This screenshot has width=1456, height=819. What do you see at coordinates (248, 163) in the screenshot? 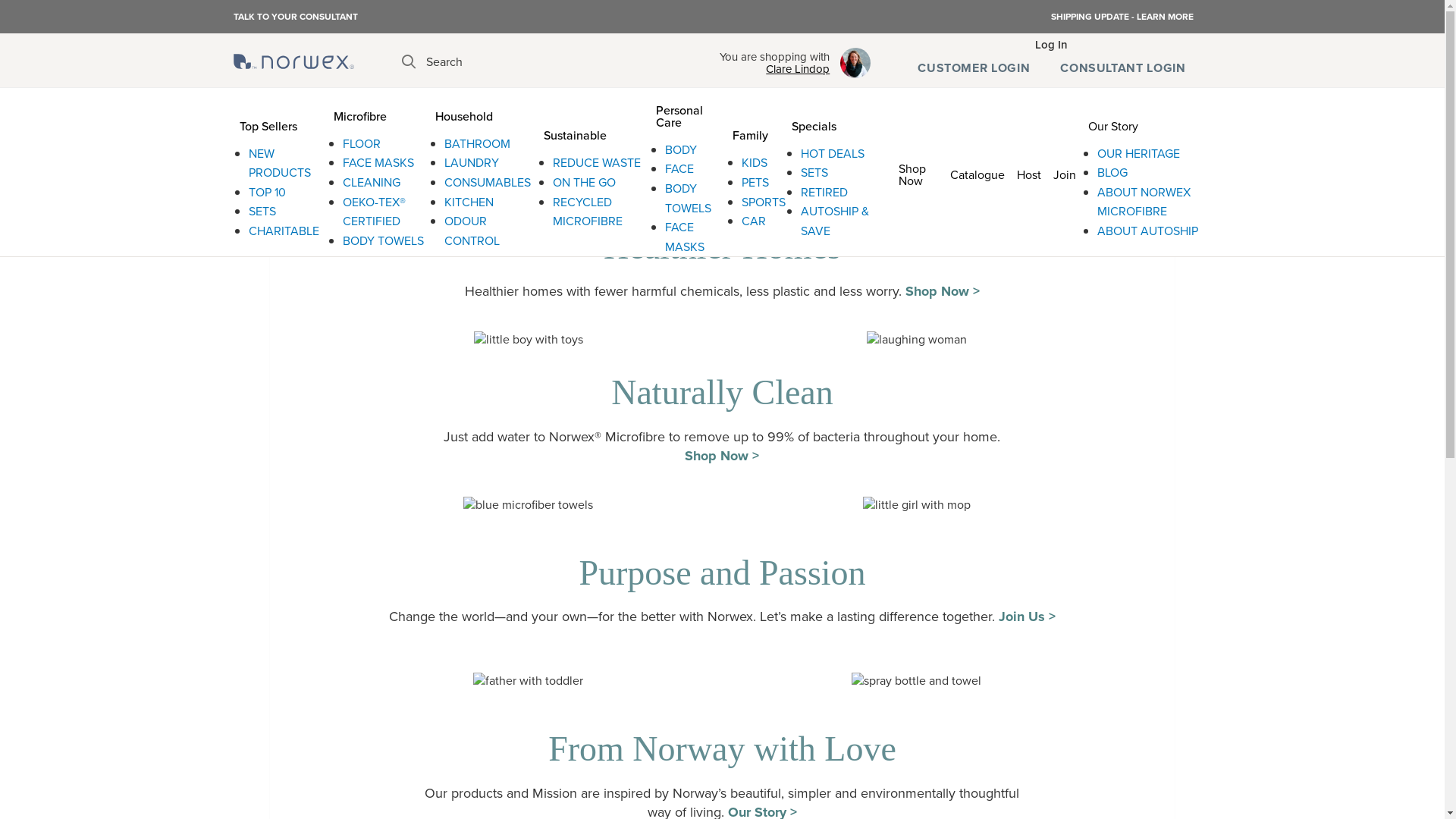
I see `'NEW PRODUCTS'` at bounding box center [248, 163].